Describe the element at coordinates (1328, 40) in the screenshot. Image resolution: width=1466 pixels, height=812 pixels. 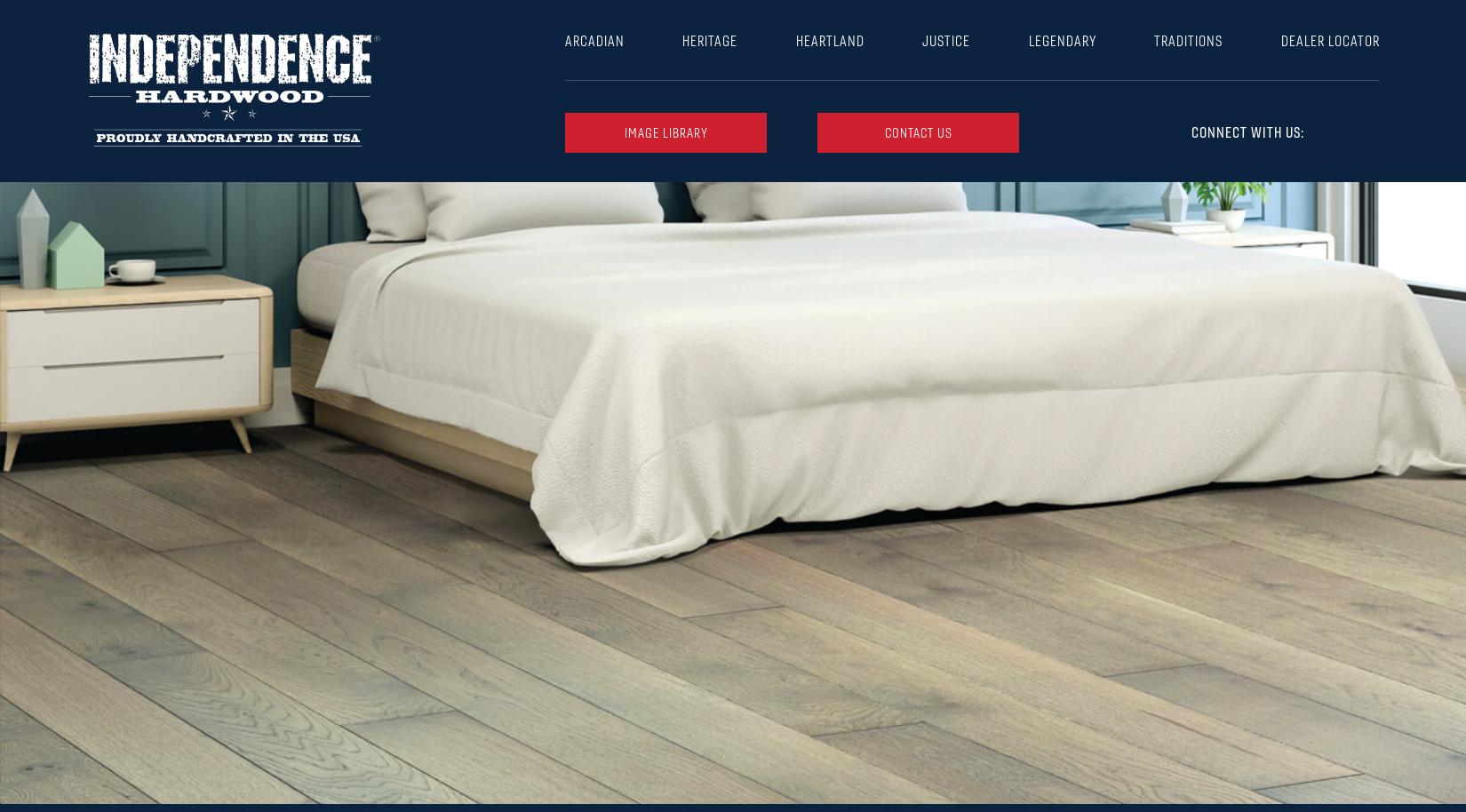
I see `'Dealer Locator'` at that location.